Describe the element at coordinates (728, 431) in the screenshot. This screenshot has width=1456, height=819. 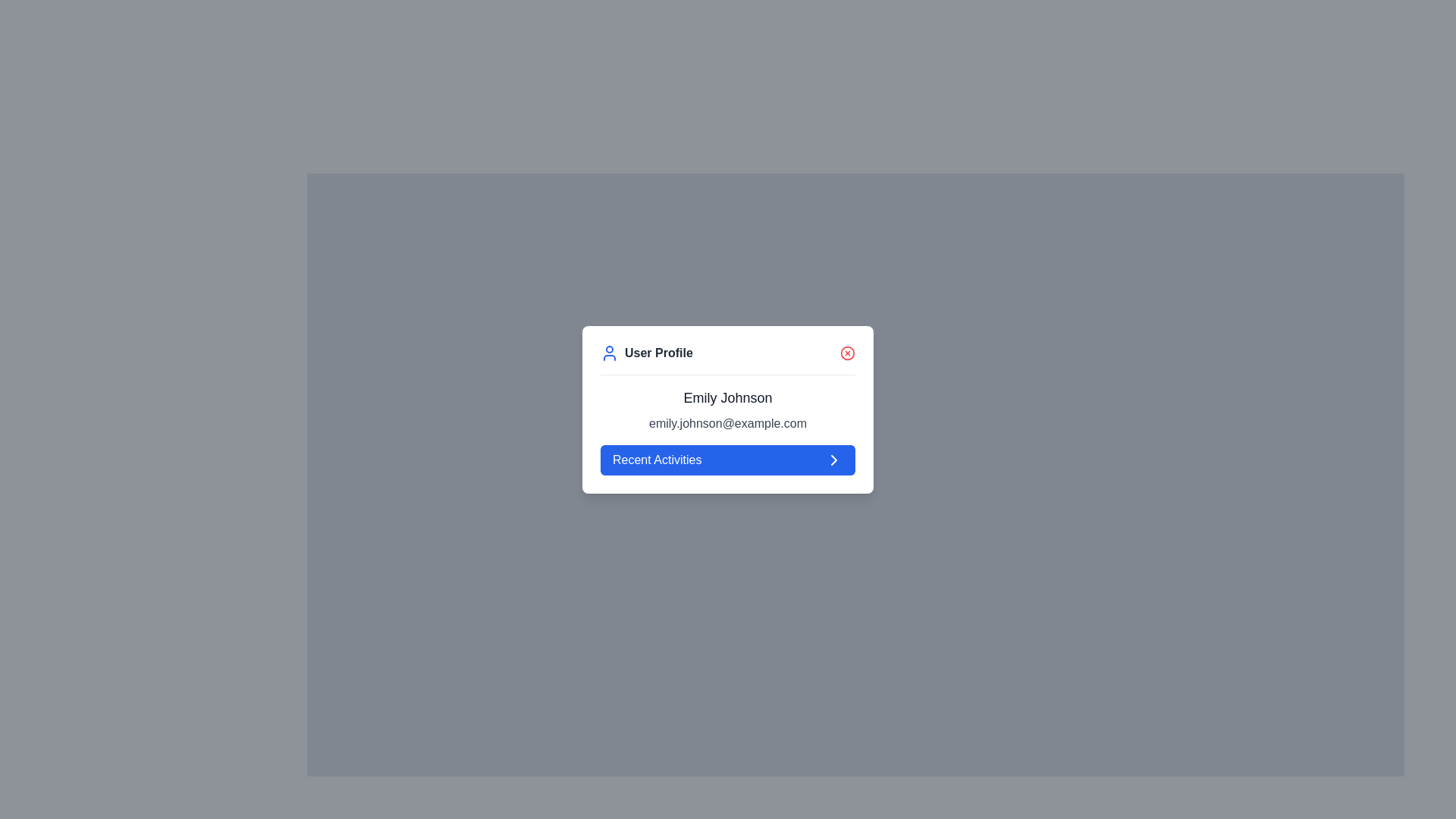
I see `text displayed in the Text block containing name and email, which is centrally aligned within the 'User Profile' card` at that location.